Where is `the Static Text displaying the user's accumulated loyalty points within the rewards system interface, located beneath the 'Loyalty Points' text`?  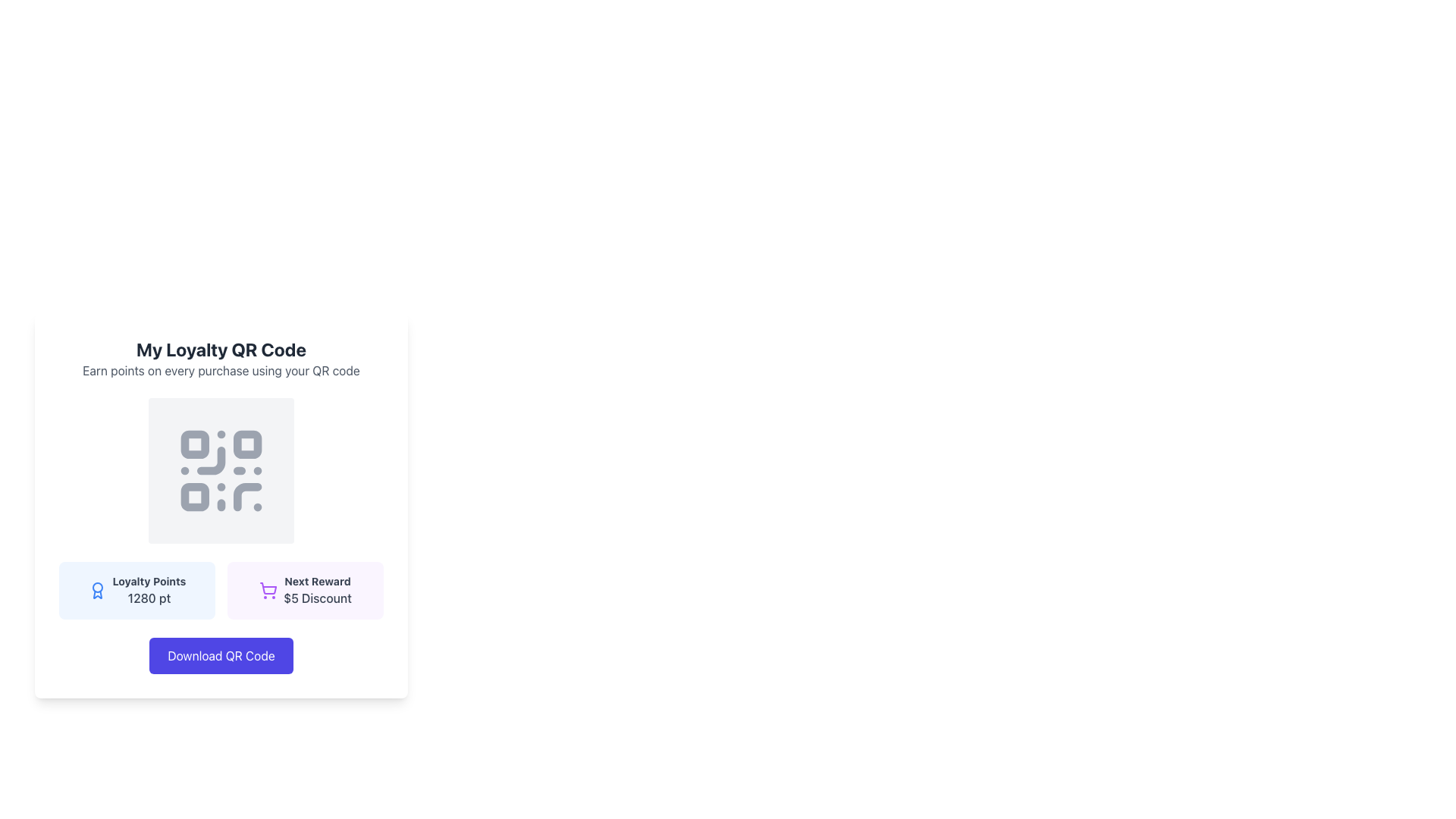
the Static Text displaying the user's accumulated loyalty points within the rewards system interface, located beneath the 'Loyalty Points' text is located at coordinates (149, 598).